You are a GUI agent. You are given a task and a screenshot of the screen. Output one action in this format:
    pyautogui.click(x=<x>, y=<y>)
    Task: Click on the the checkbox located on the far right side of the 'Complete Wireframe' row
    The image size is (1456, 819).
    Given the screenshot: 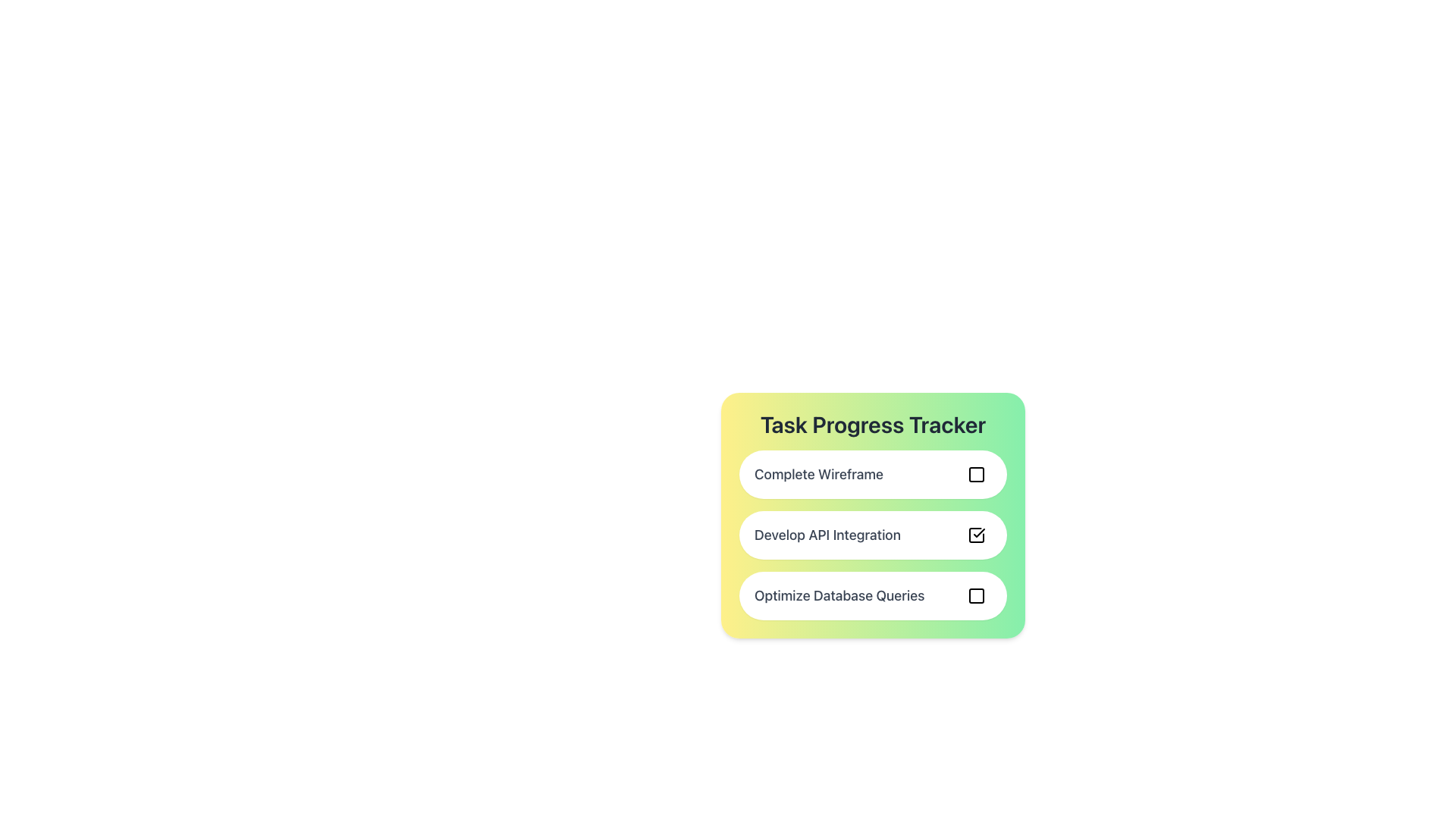 What is the action you would take?
    pyautogui.click(x=976, y=473)
    